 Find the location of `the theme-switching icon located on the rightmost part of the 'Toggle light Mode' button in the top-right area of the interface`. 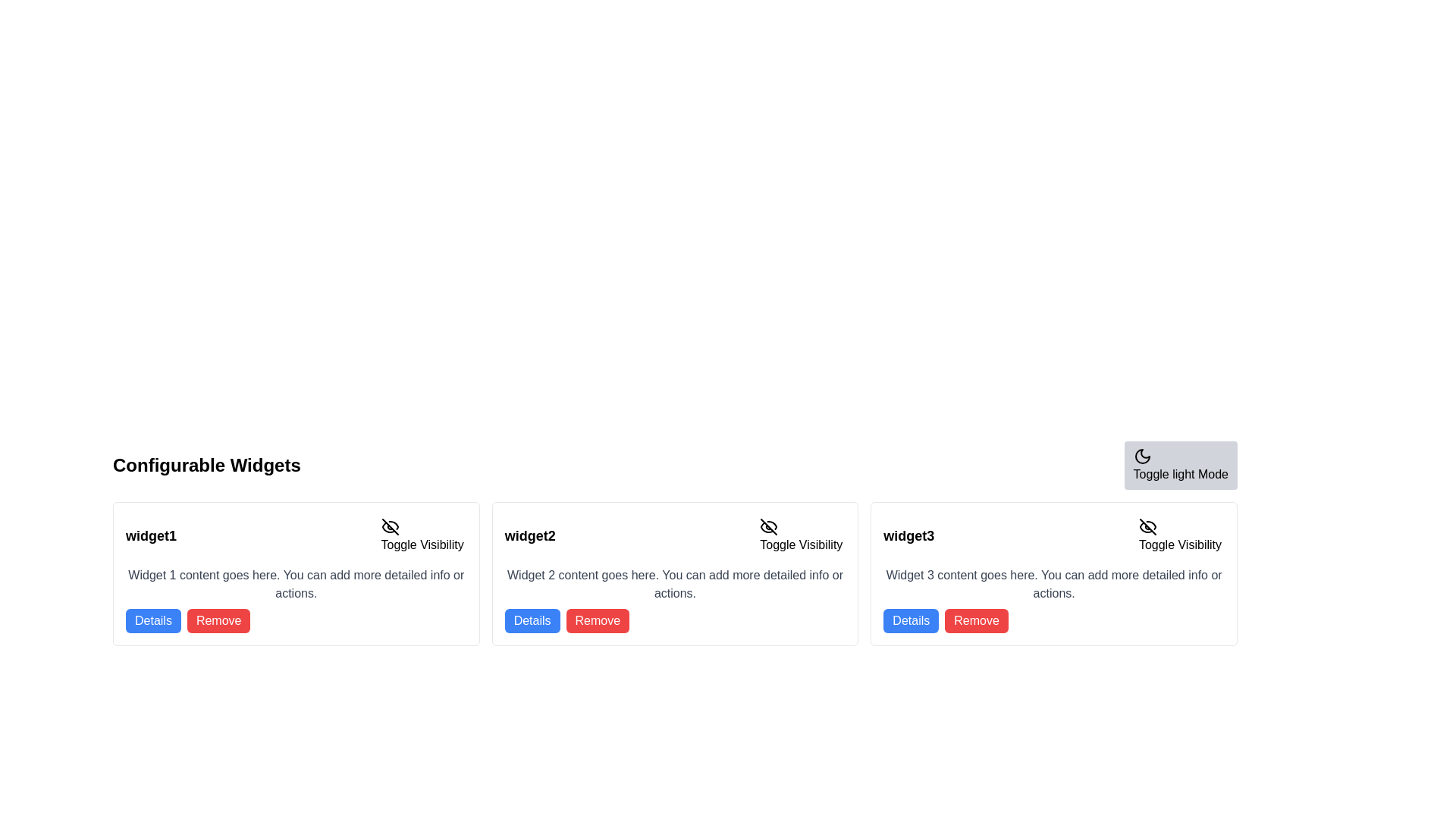

the theme-switching icon located on the rightmost part of the 'Toggle light Mode' button in the top-right area of the interface is located at coordinates (1142, 455).